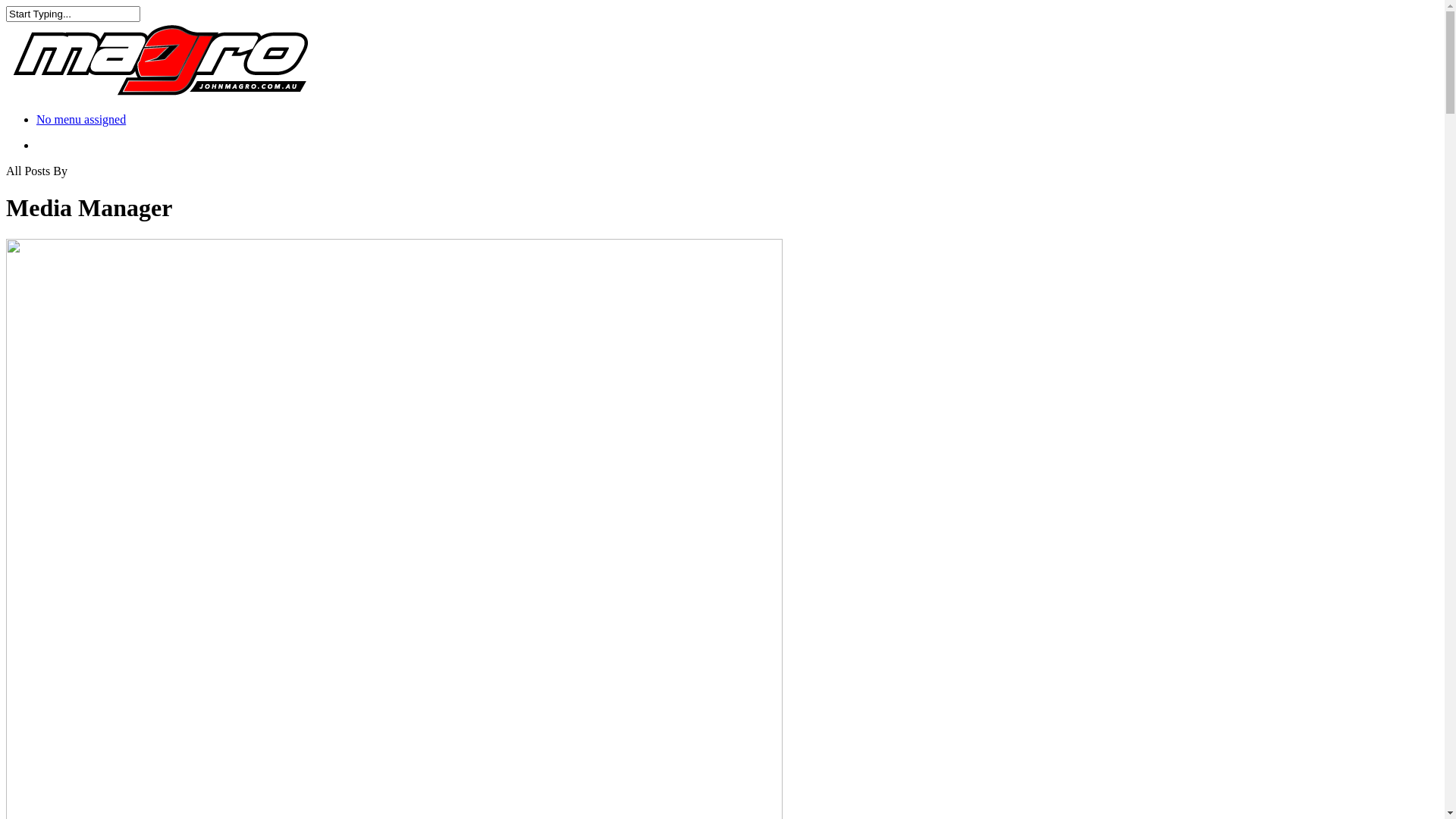  I want to click on 'No menu assigned', so click(80, 118).